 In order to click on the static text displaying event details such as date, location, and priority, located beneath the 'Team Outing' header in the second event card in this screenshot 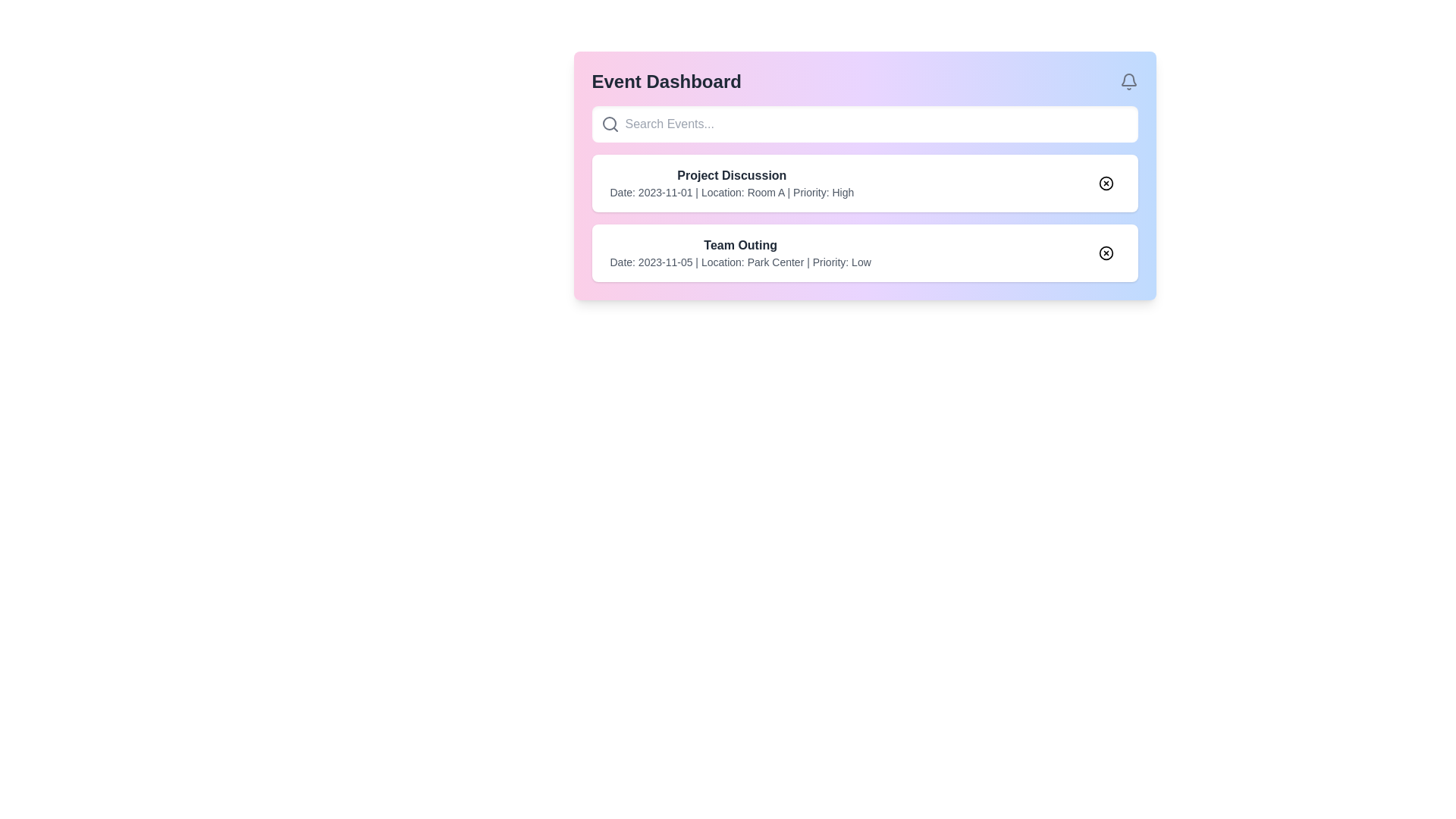, I will do `click(740, 262)`.